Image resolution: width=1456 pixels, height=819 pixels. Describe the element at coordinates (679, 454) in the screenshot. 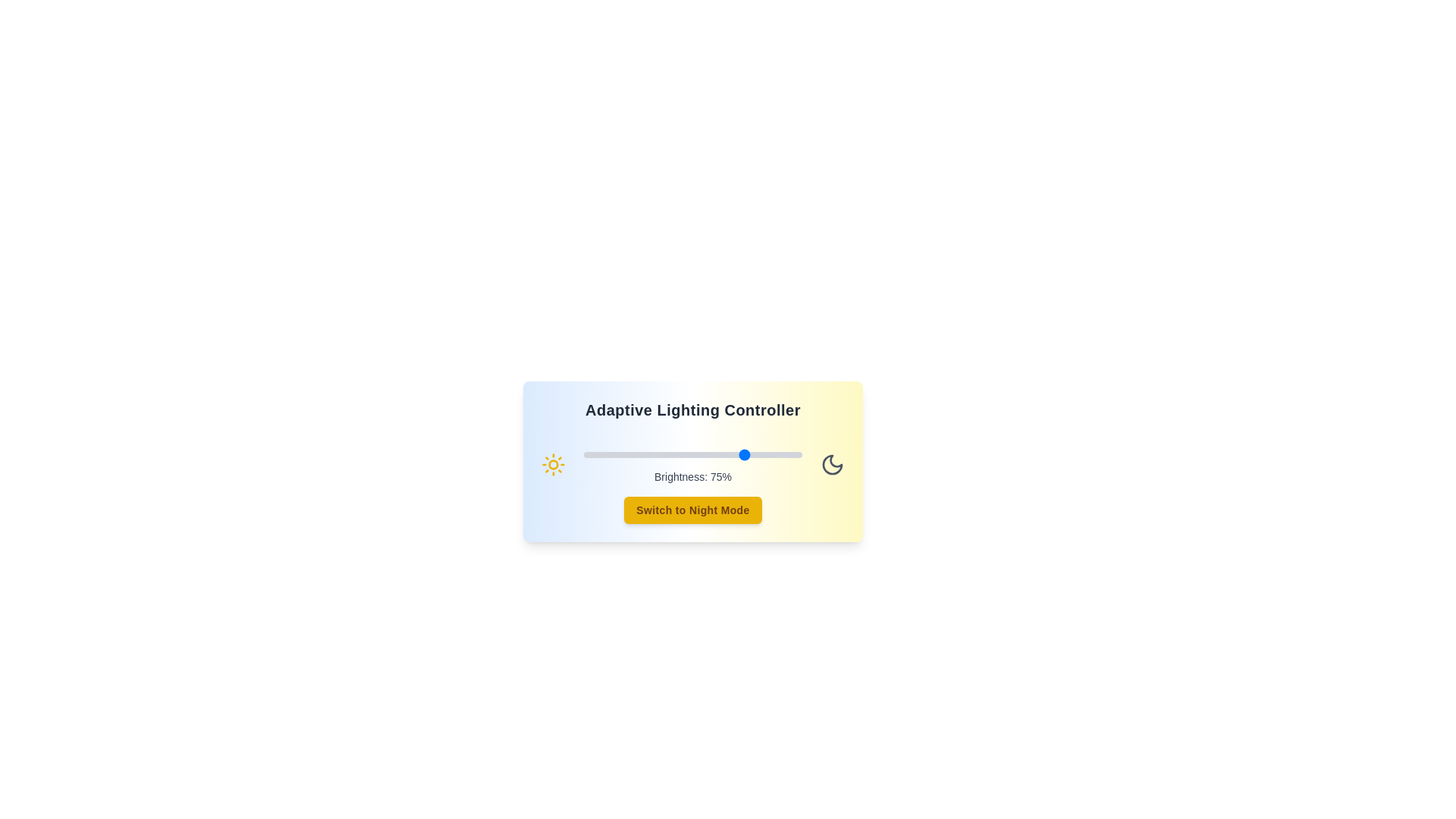

I see `the brightness level` at that location.